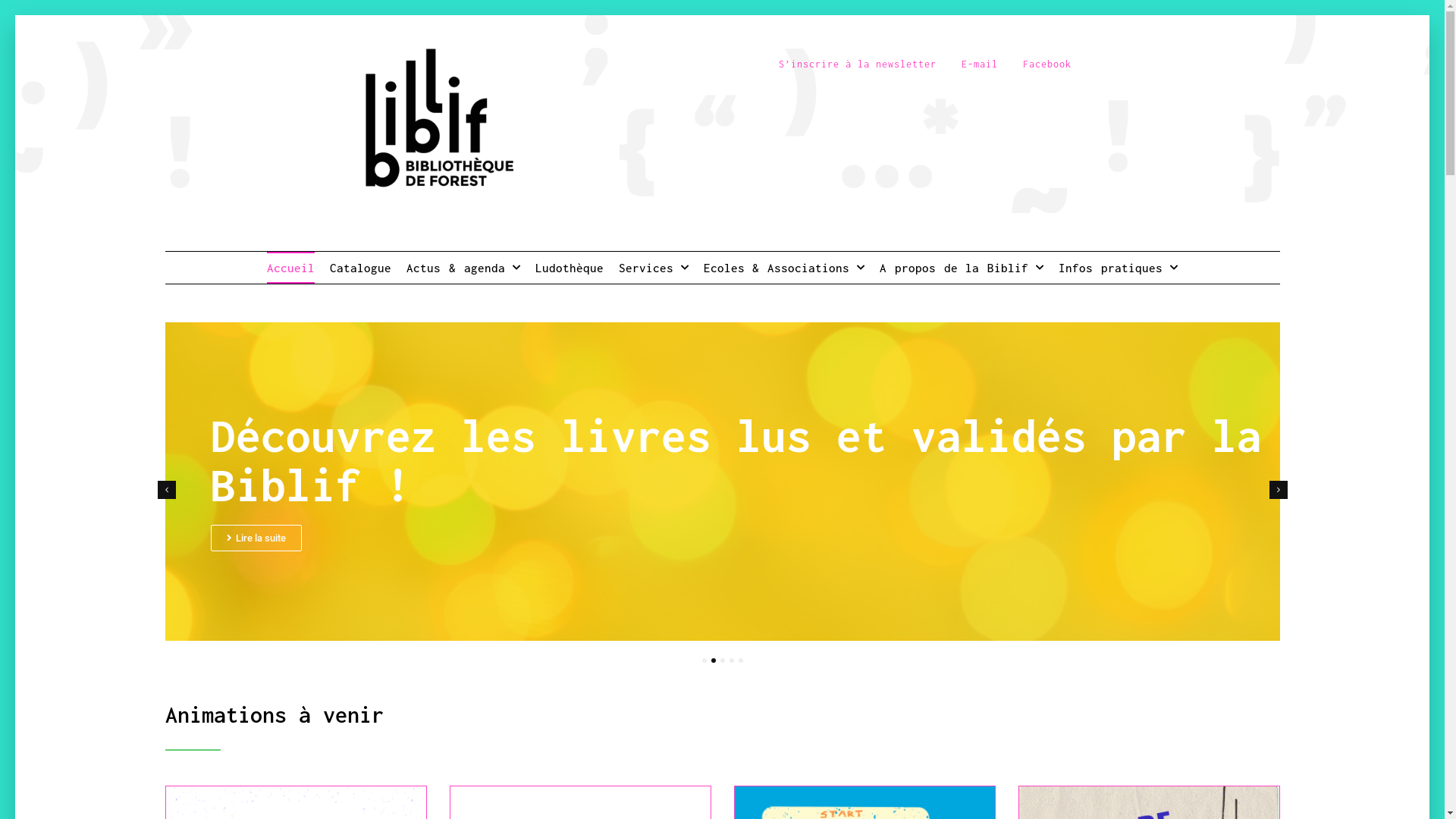 The height and width of the screenshot is (819, 1456). Describe the element at coordinates (654, 267) in the screenshot. I see `'Services'` at that location.